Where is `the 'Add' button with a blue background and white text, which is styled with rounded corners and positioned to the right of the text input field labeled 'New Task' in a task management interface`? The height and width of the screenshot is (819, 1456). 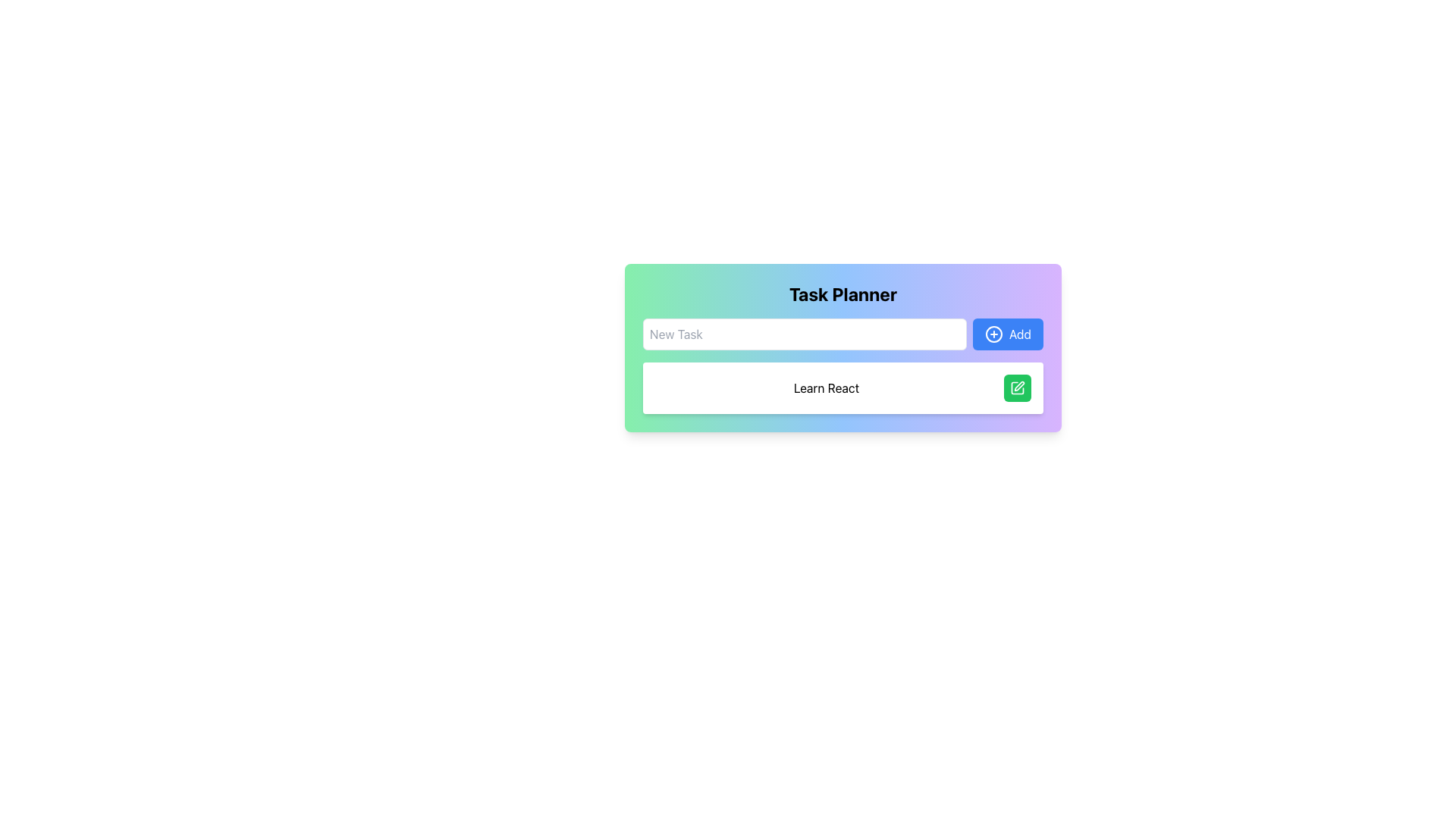
the 'Add' button with a blue background and white text, which is styled with rounded corners and positioned to the right of the text input field labeled 'New Task' in a task management interface is located at coordinates (1008, 333).